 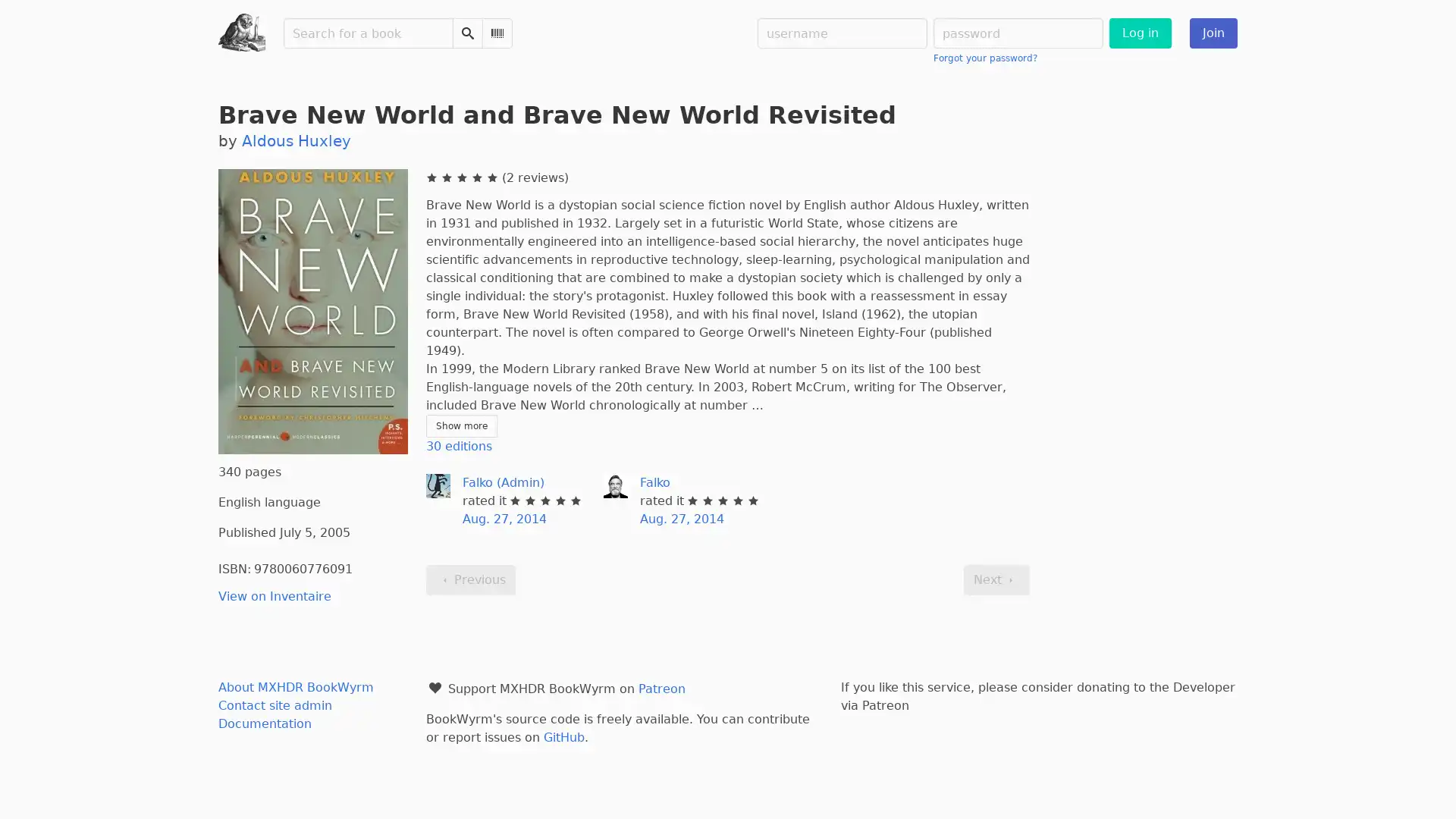 I want to click on Log in, so click(x=1140, y=33).